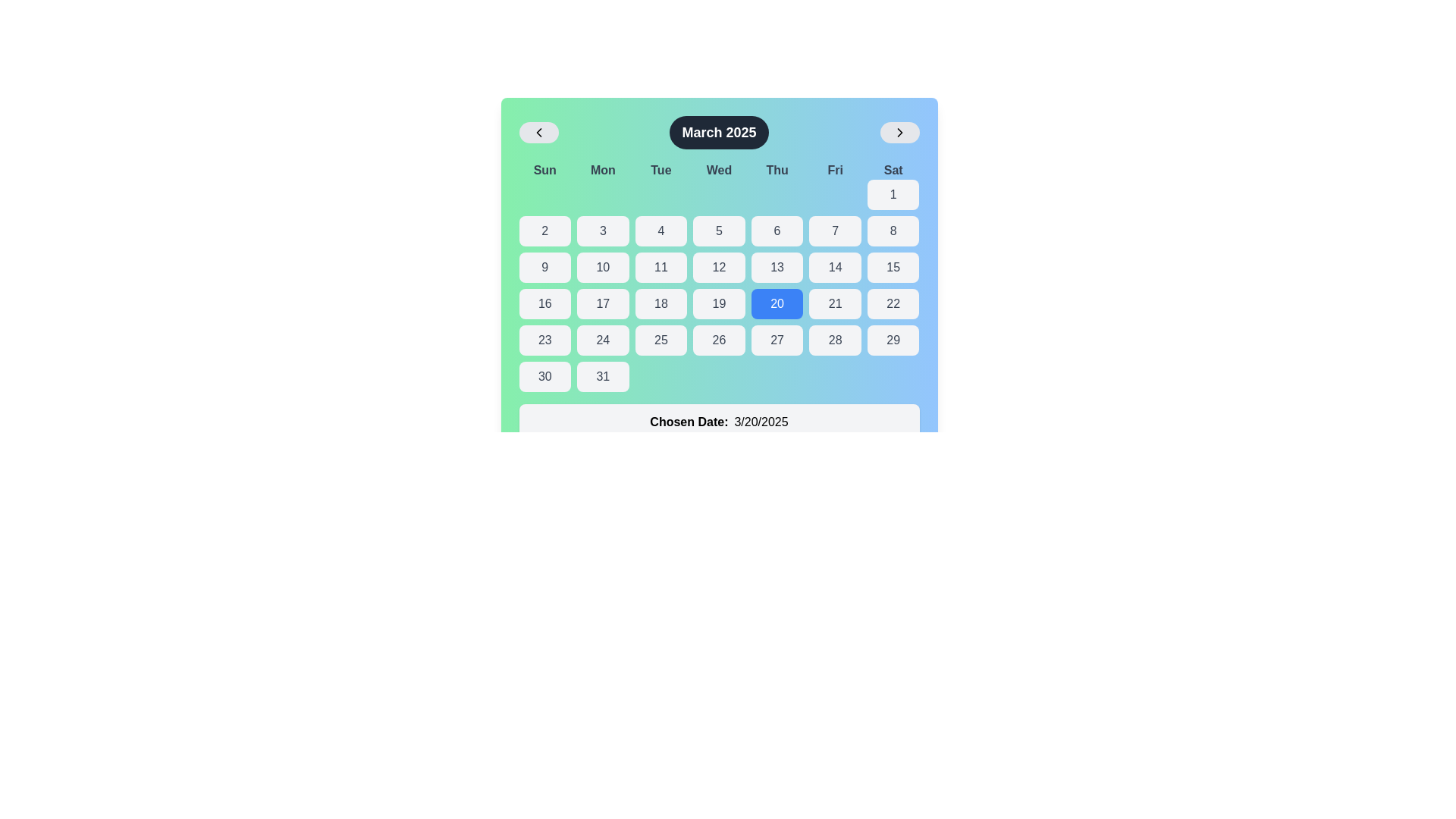 This screenshot has width=1456, height=819. Describe the element at coordinates (899, 131) in the screenshot. I see `the 'next' navigation icon located in the top right corner of the calendar interface` at that location.